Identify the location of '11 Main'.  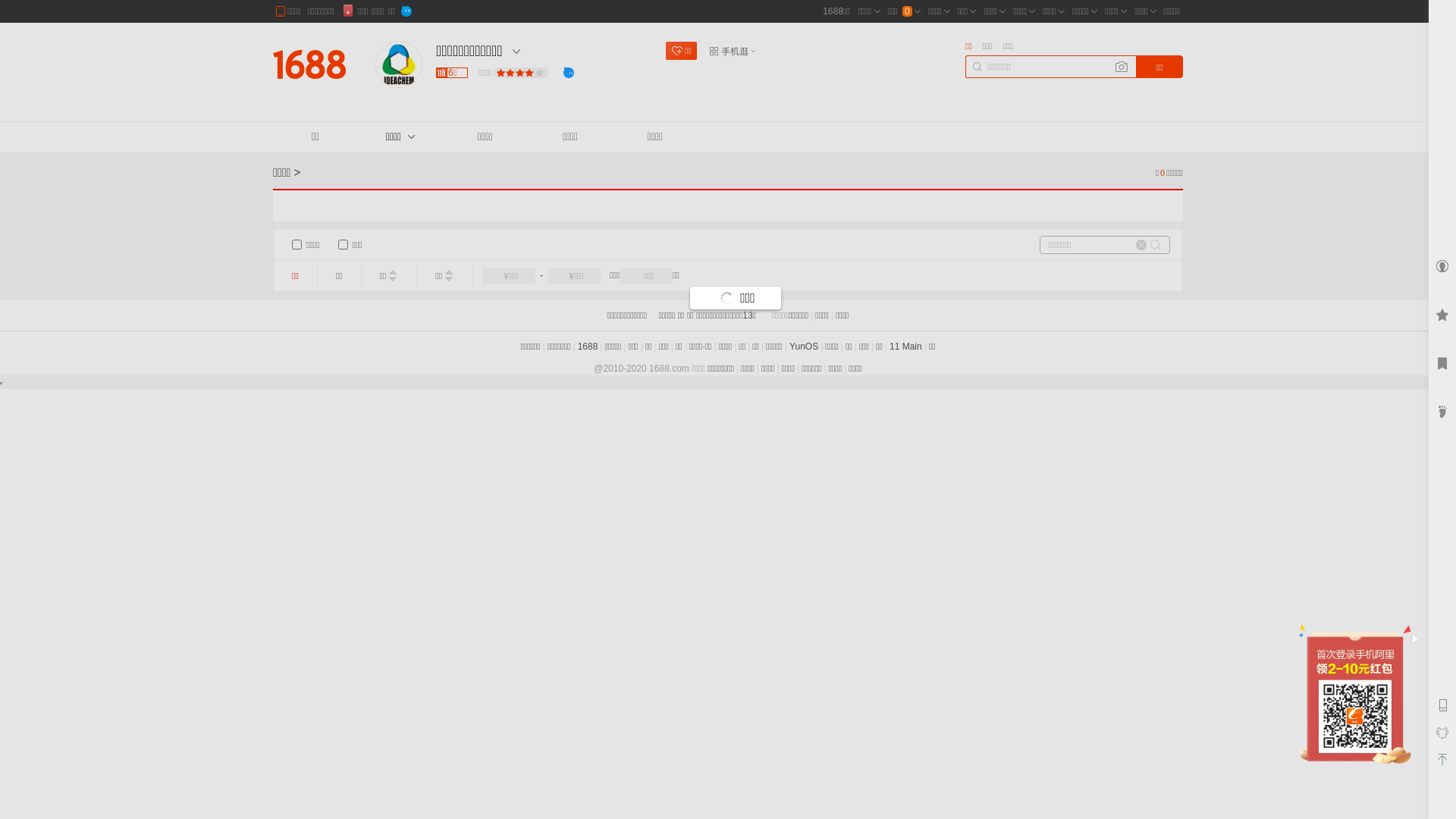
(905, 346).